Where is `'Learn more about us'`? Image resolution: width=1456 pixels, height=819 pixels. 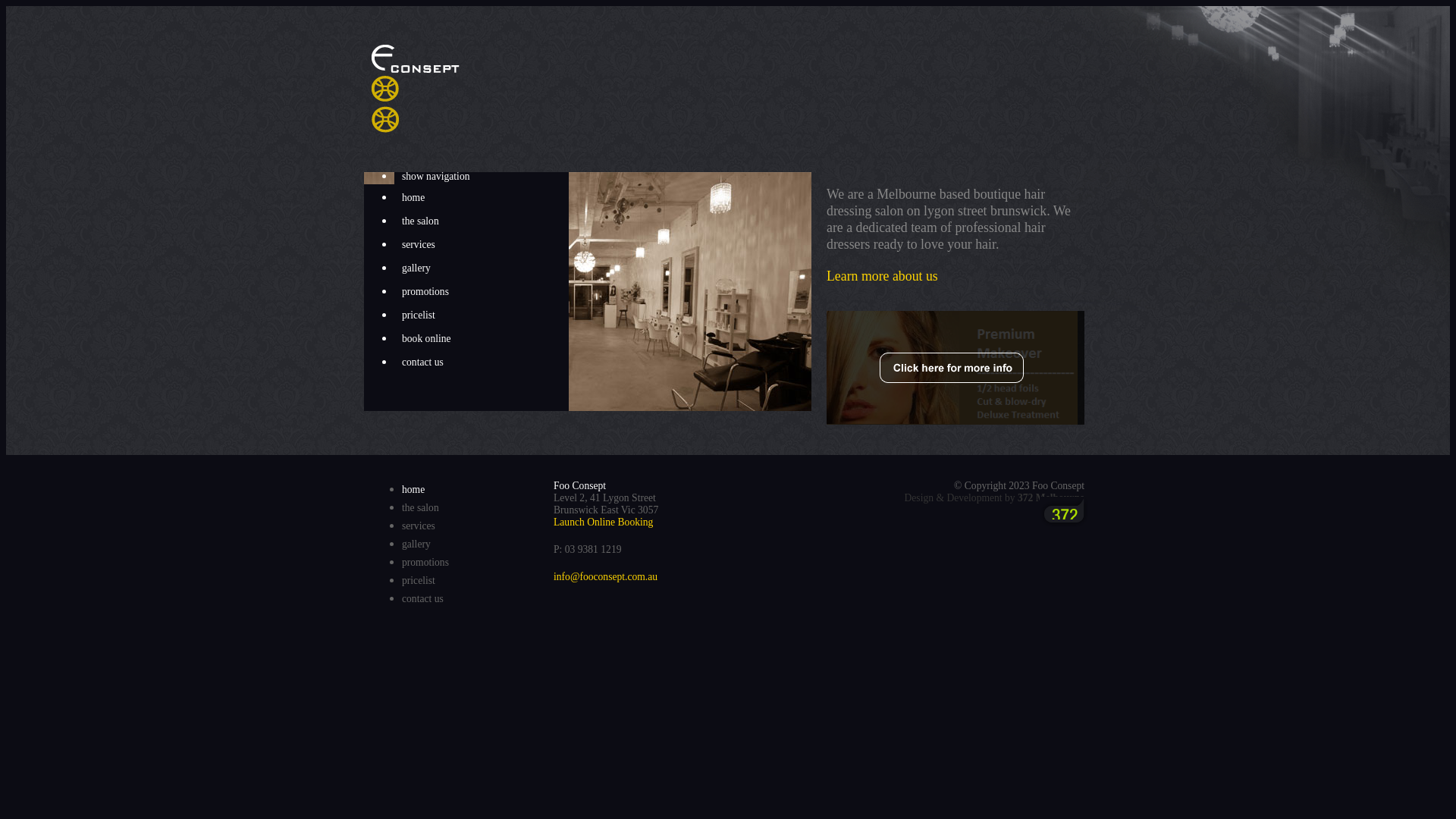
'Learn more about us' is located at coordinates (882, 275).